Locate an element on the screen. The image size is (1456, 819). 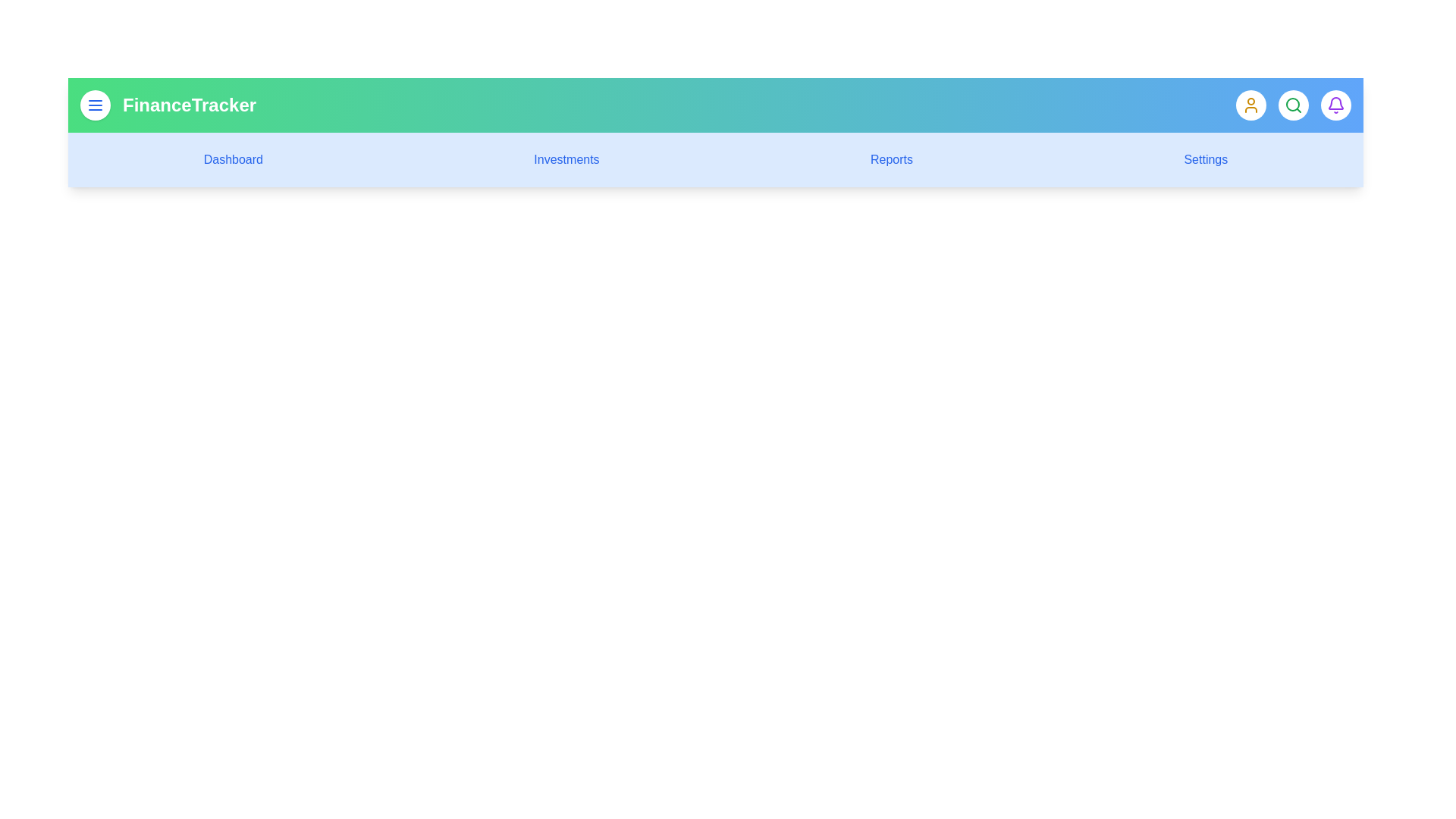
the menu link corresponding to Reports to navigate to that section is located at coordinates (892, 160).